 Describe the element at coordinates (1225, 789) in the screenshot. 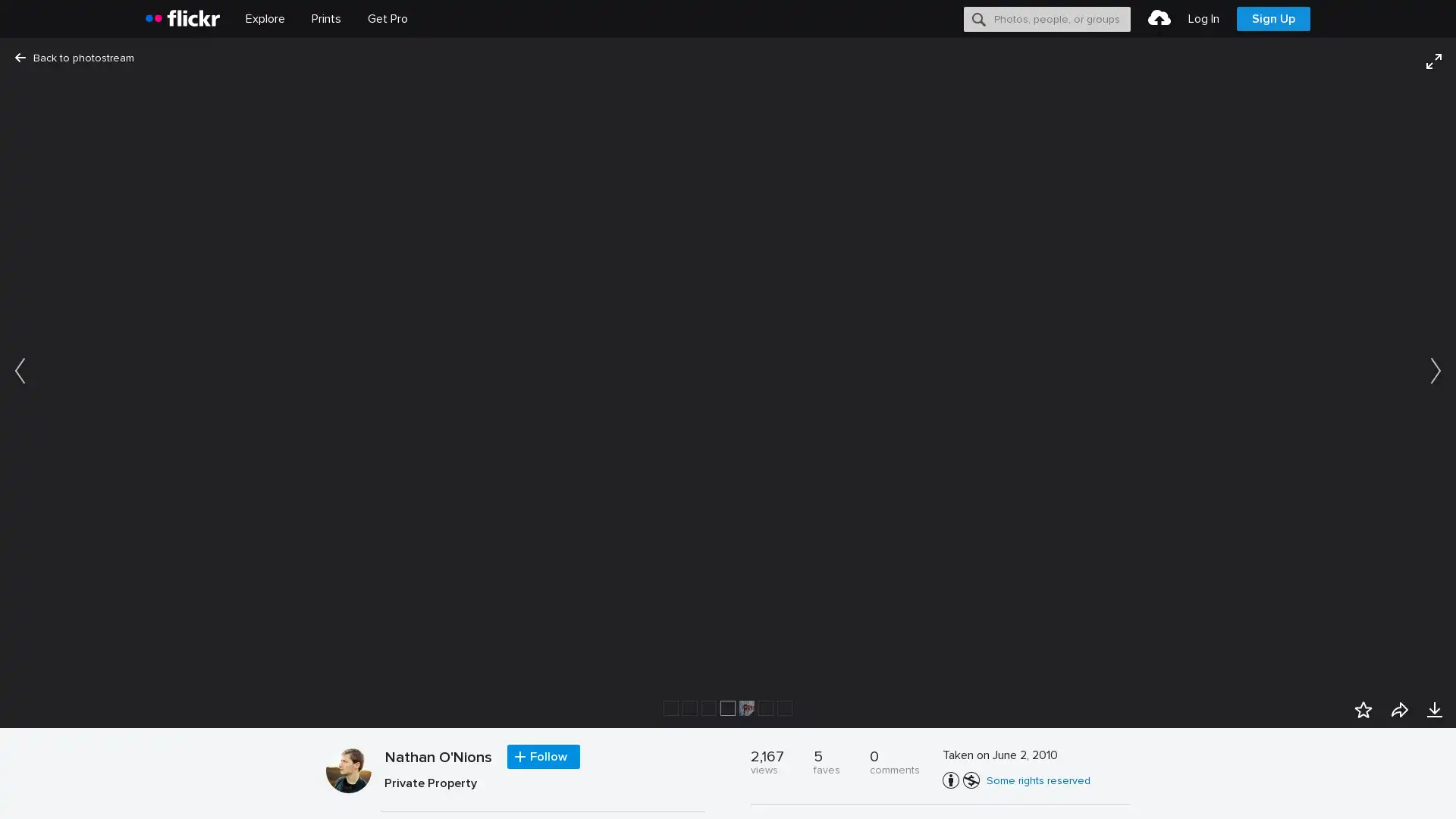

I see `Opt-out` at that location.